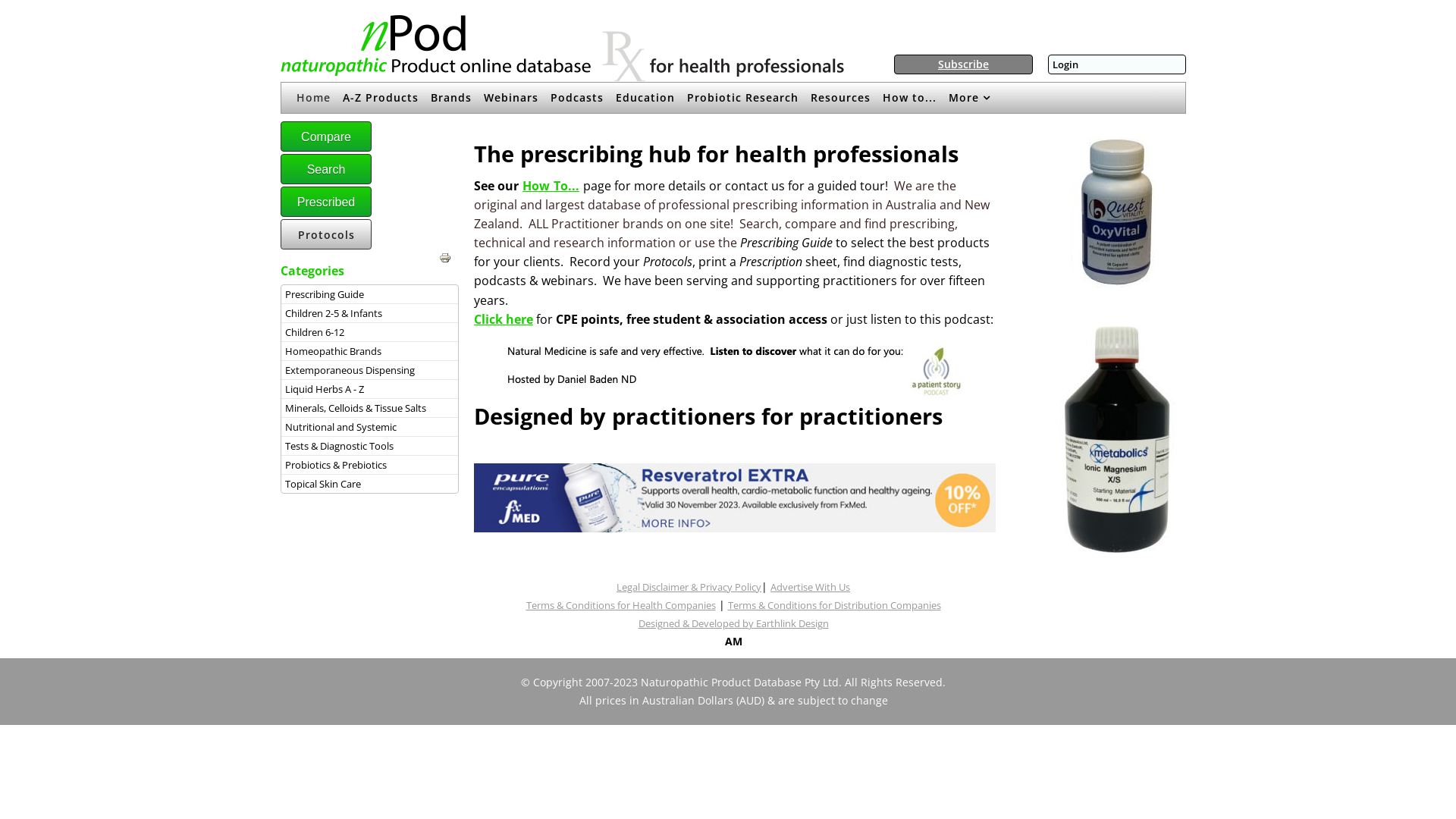 The height and width of the screenshot is (819, 1456). Describe the element at coordinates (733, 623) in the screenshot. I see `'Designed & Developed by Earthlink Design'` at that location.